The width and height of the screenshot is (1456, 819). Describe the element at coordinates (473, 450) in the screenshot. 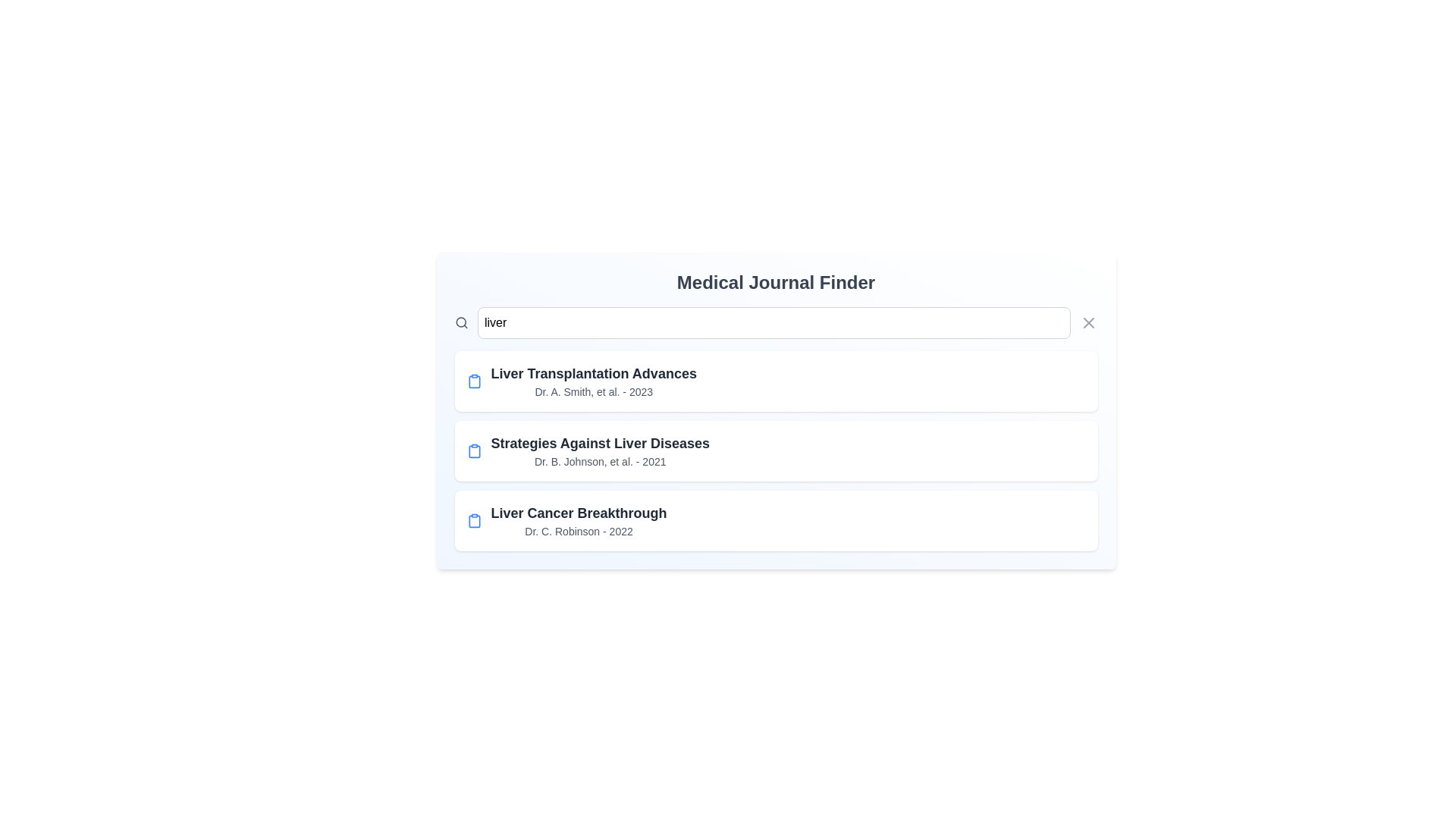

I see `the clipboard icon with a blue border and circular attachment, located in the second row of the search results list before the title 'Strategies Against Liver Diseases.'` at that location.